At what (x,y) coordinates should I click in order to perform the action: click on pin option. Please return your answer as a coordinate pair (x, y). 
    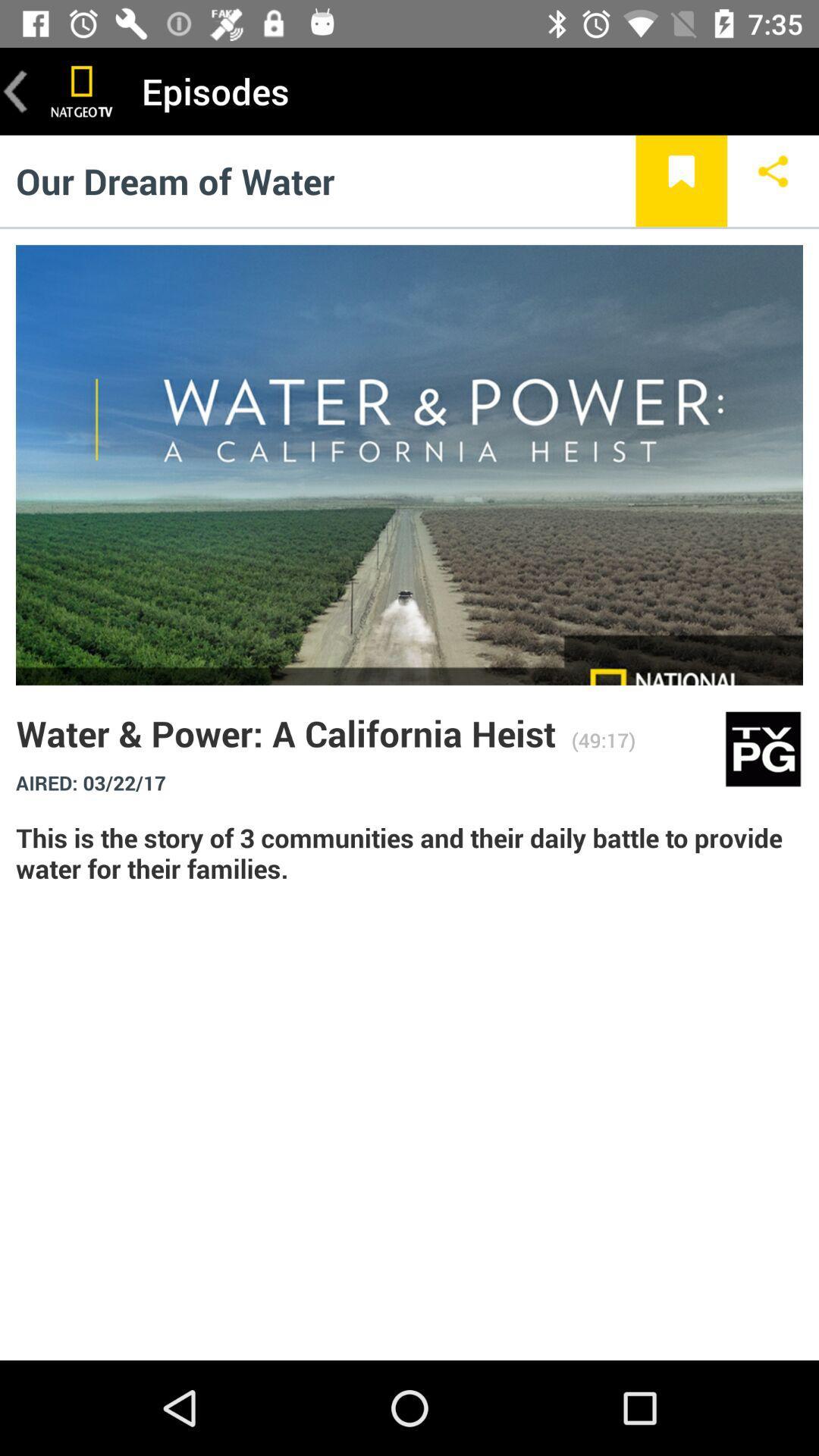
    Looking at the image, I should click on (680, 180).